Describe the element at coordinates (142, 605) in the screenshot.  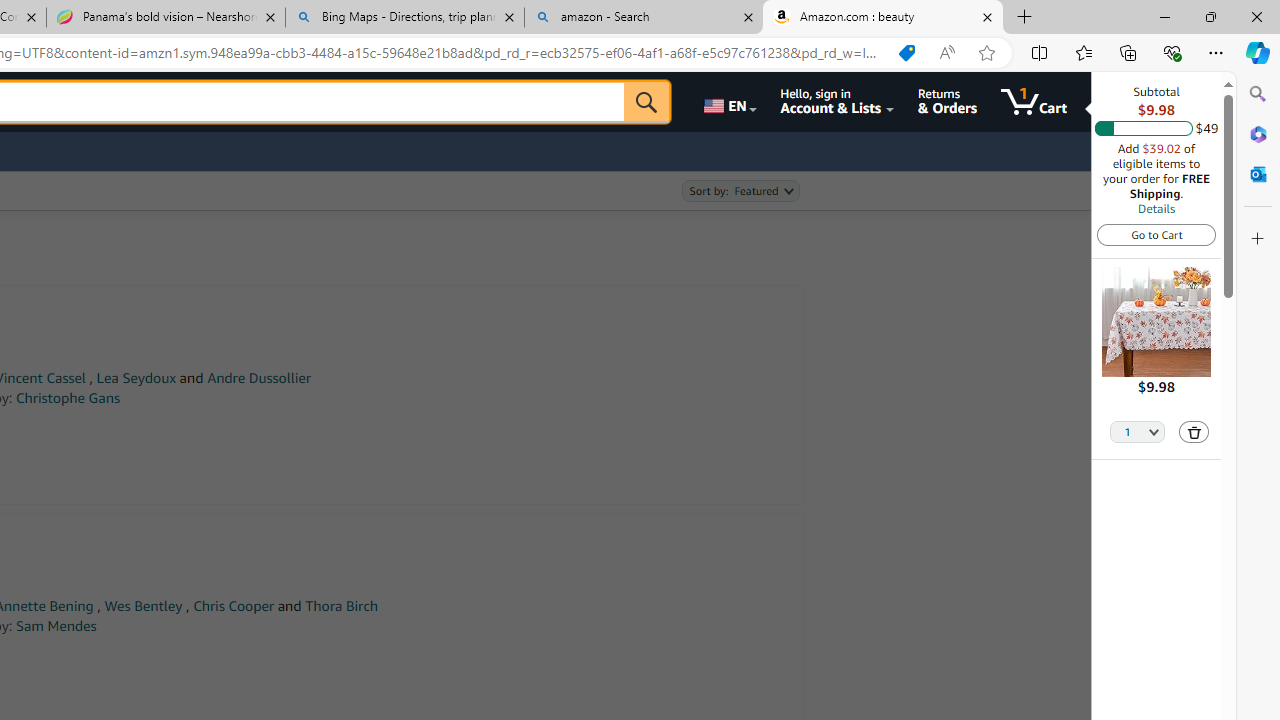
I see `'Wes Bentley'` at that location.